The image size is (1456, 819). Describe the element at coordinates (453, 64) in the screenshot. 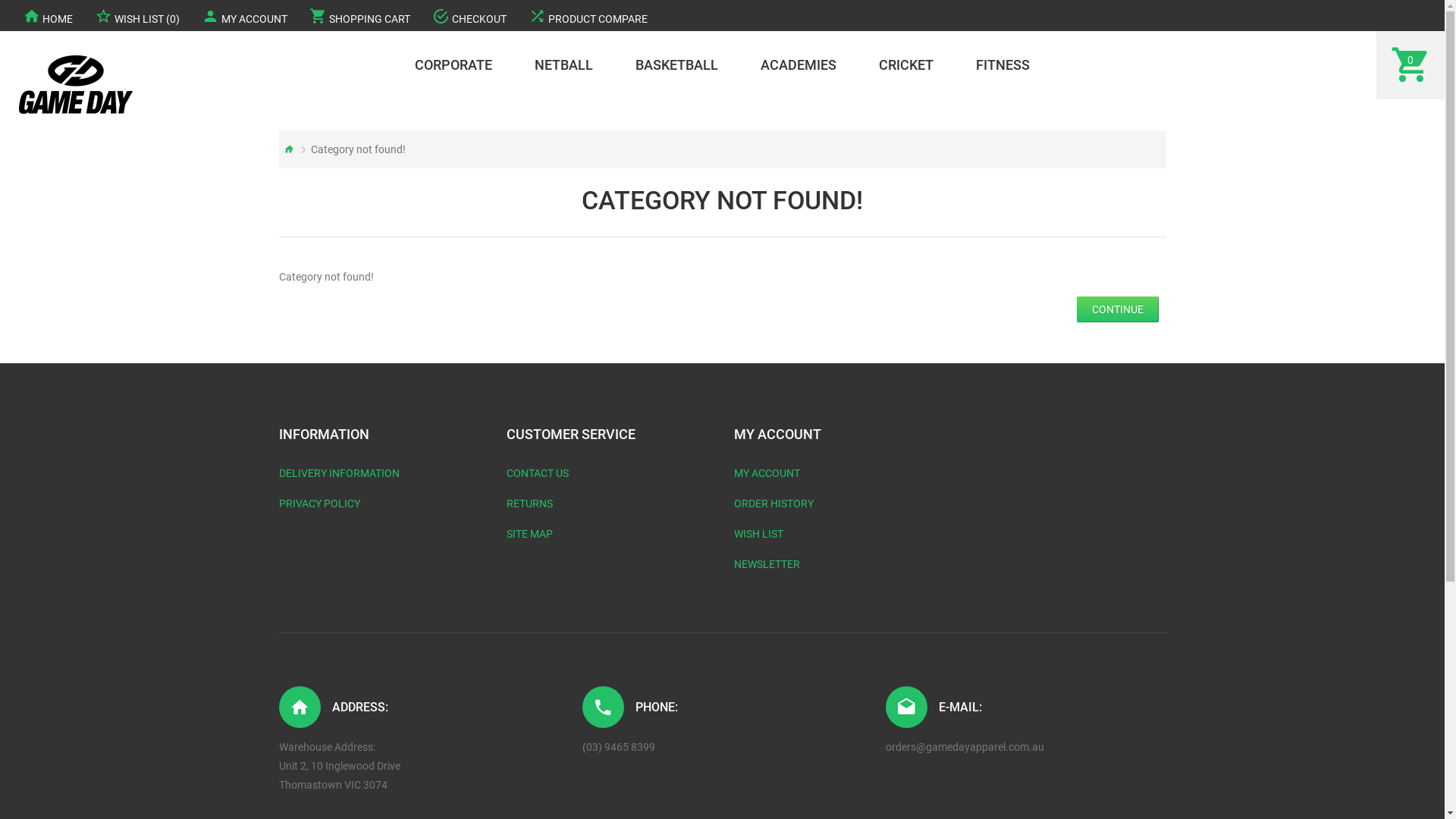

I see `'CORPORATE'` at that location.